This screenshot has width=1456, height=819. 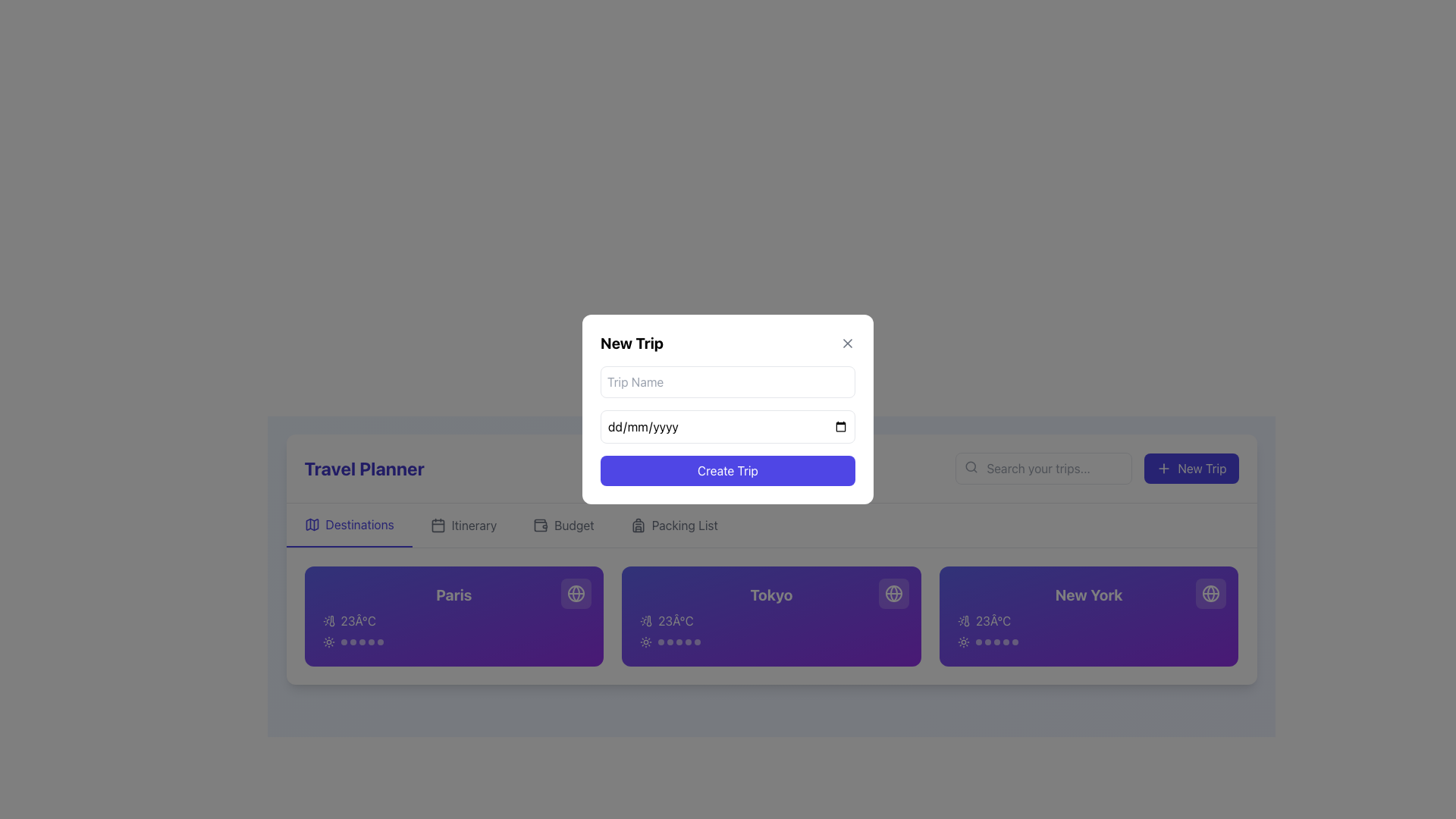 What do you see at coordinates (893, 593) in the screenshot?
I see `the globe icon located in the top-right corner of the card displaying 'Tokyo' with temperature information` at bounding box center [893, 593].